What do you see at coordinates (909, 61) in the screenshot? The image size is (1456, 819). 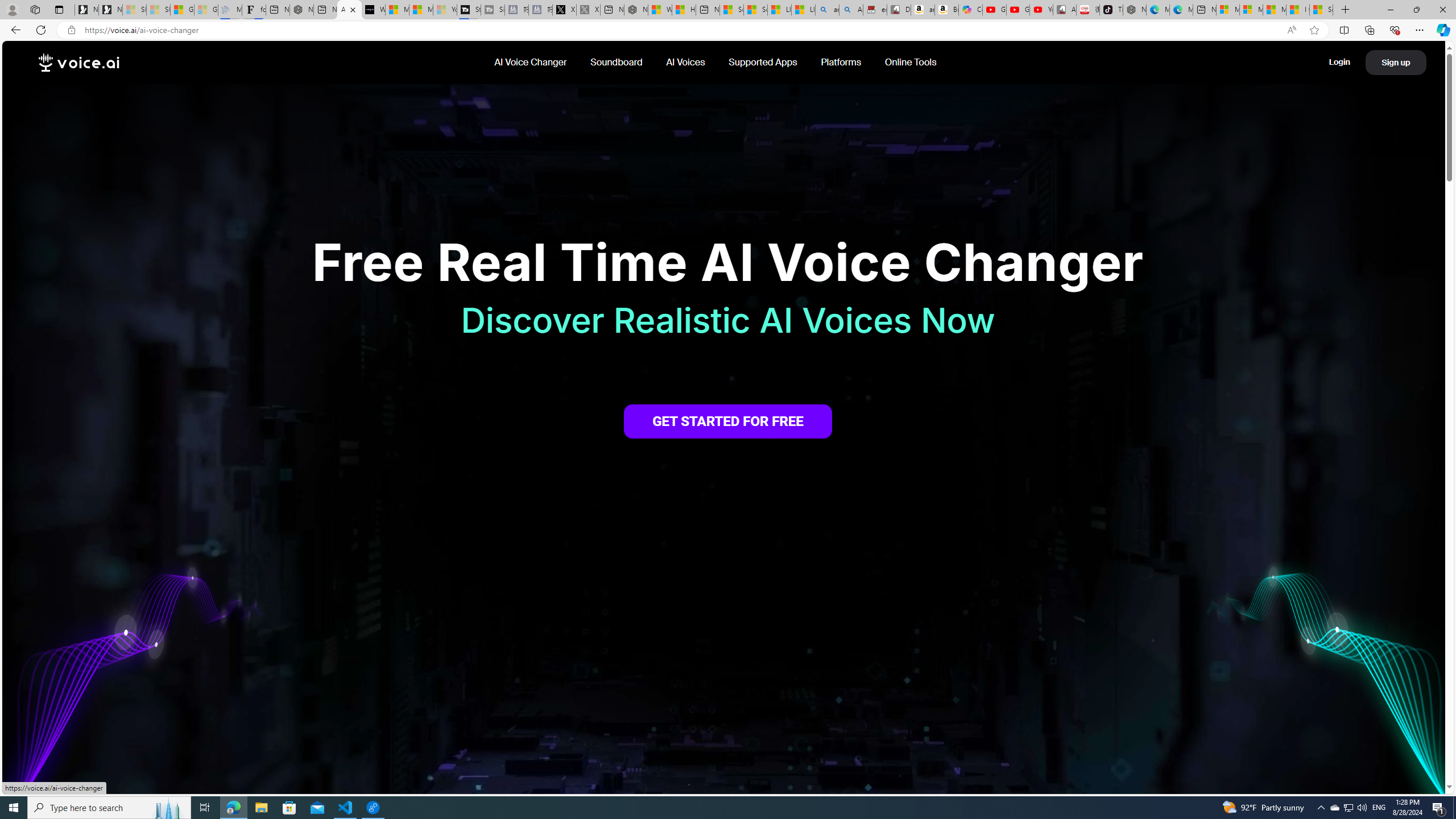 I see `'Online Tools'` at bounding box center [909, 61].